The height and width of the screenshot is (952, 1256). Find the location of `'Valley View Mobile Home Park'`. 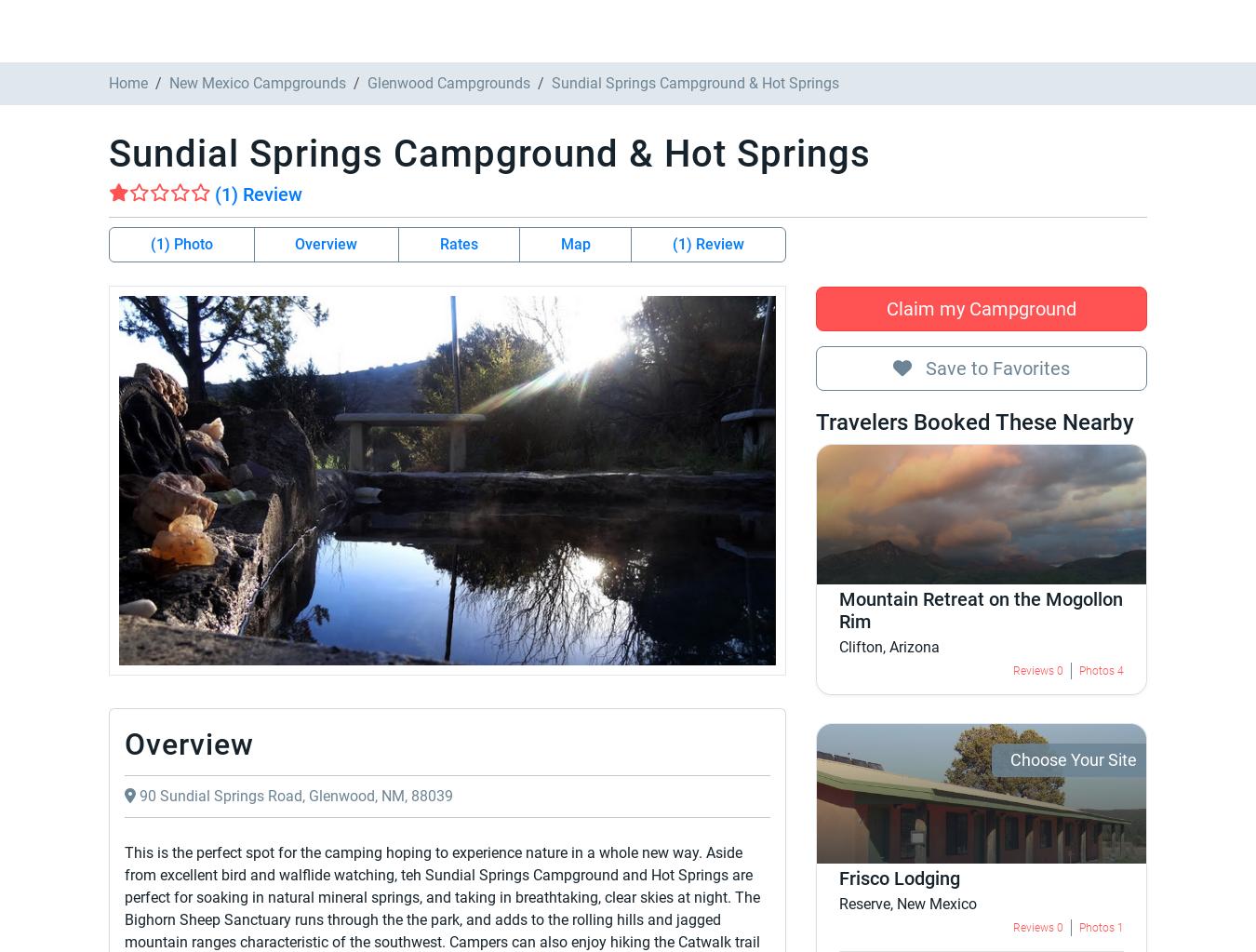

'Valley View Mobile Home Park' is located at coordinates (148, 908).